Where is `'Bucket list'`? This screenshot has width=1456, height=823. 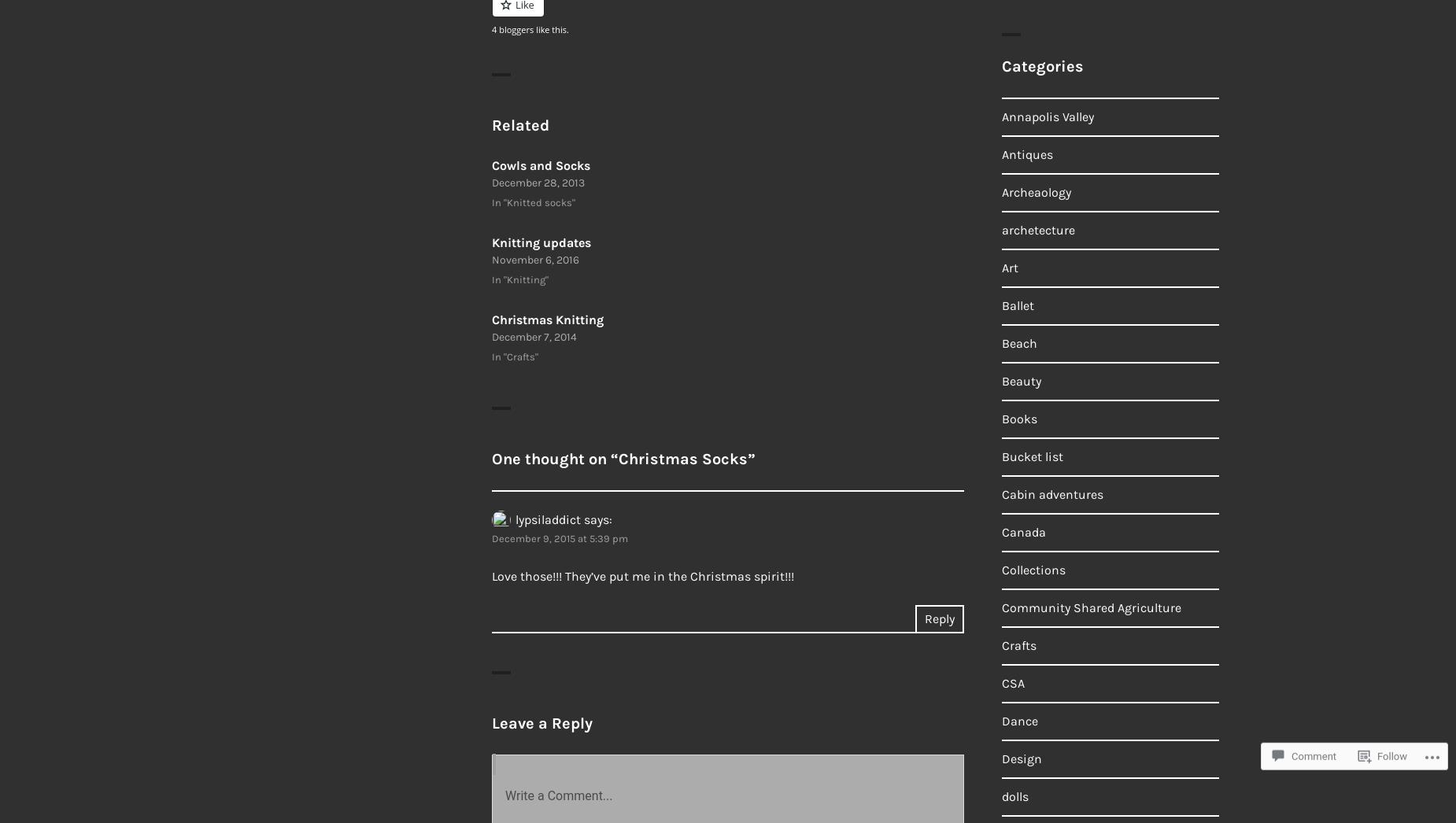
'Bucket list' is located at coordinates (1032, 456).